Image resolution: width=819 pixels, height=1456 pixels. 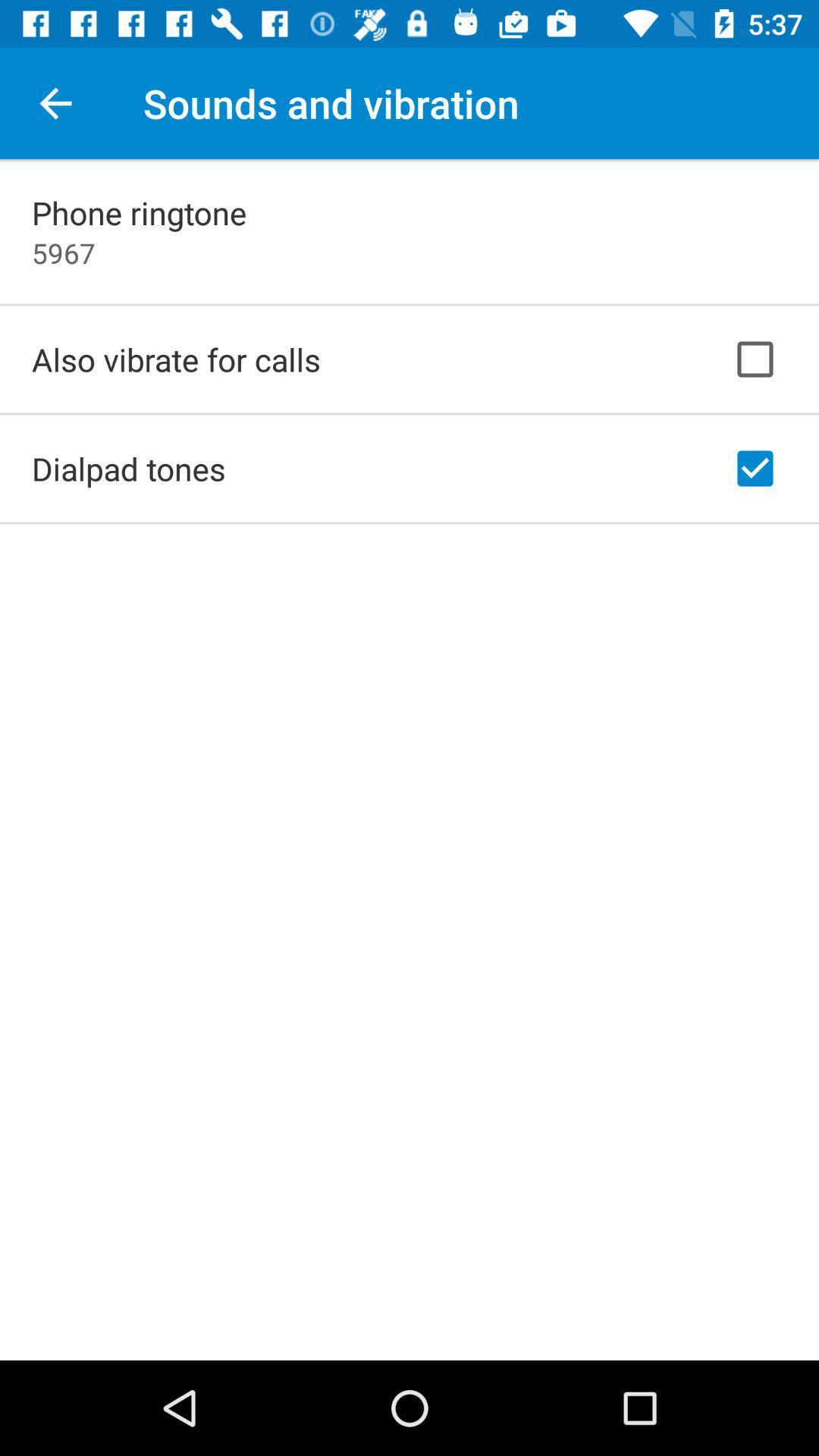 What do you see at coordinates (175, 359) in the screenshot?
I see `the also vibrate for` at bounding box center [175, 359].